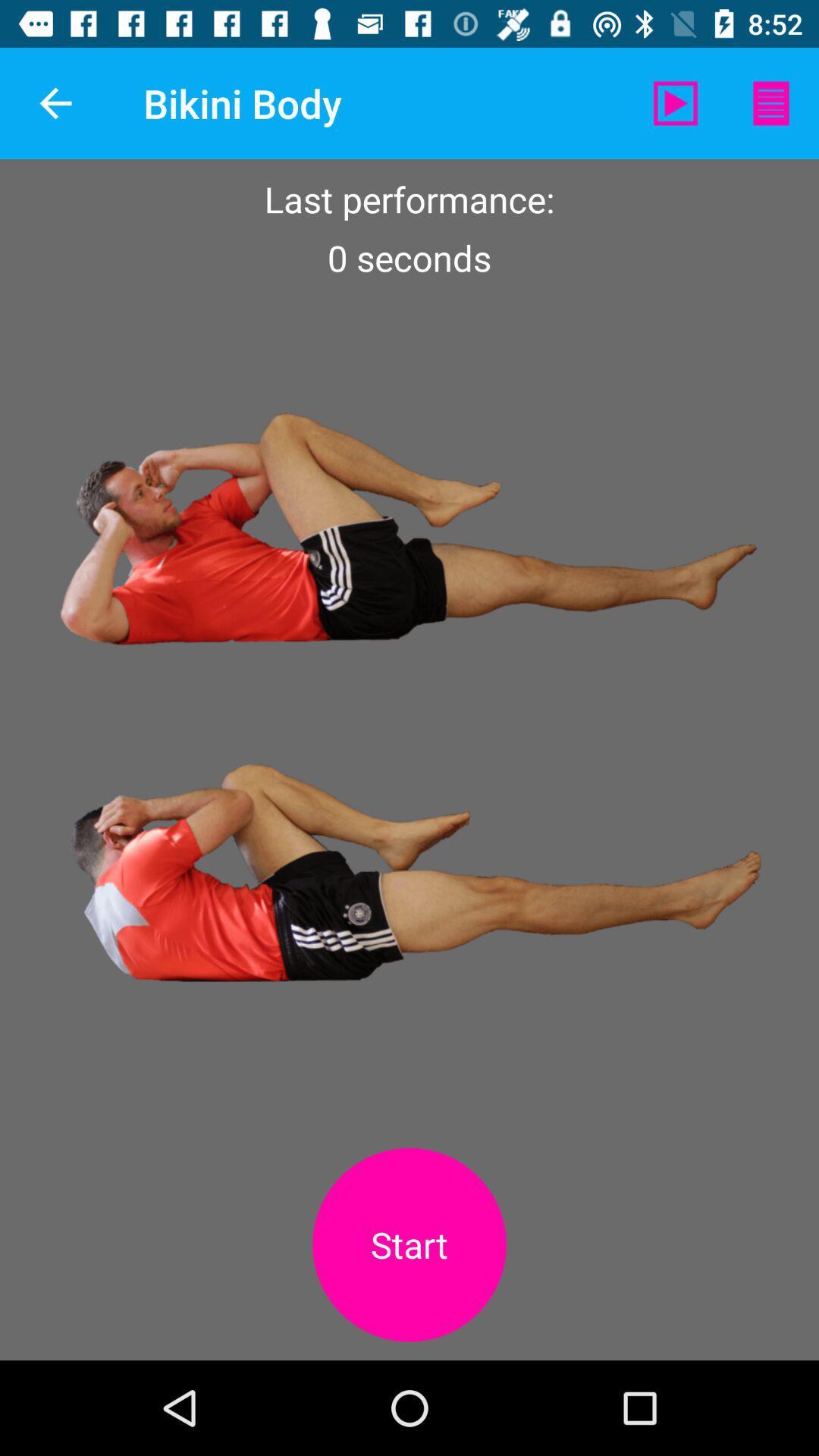  What do you see at coordinates (55, 102) in the screenshot?
I see `the item to the left of the bikini body icon` at bounding box center [55, 102].